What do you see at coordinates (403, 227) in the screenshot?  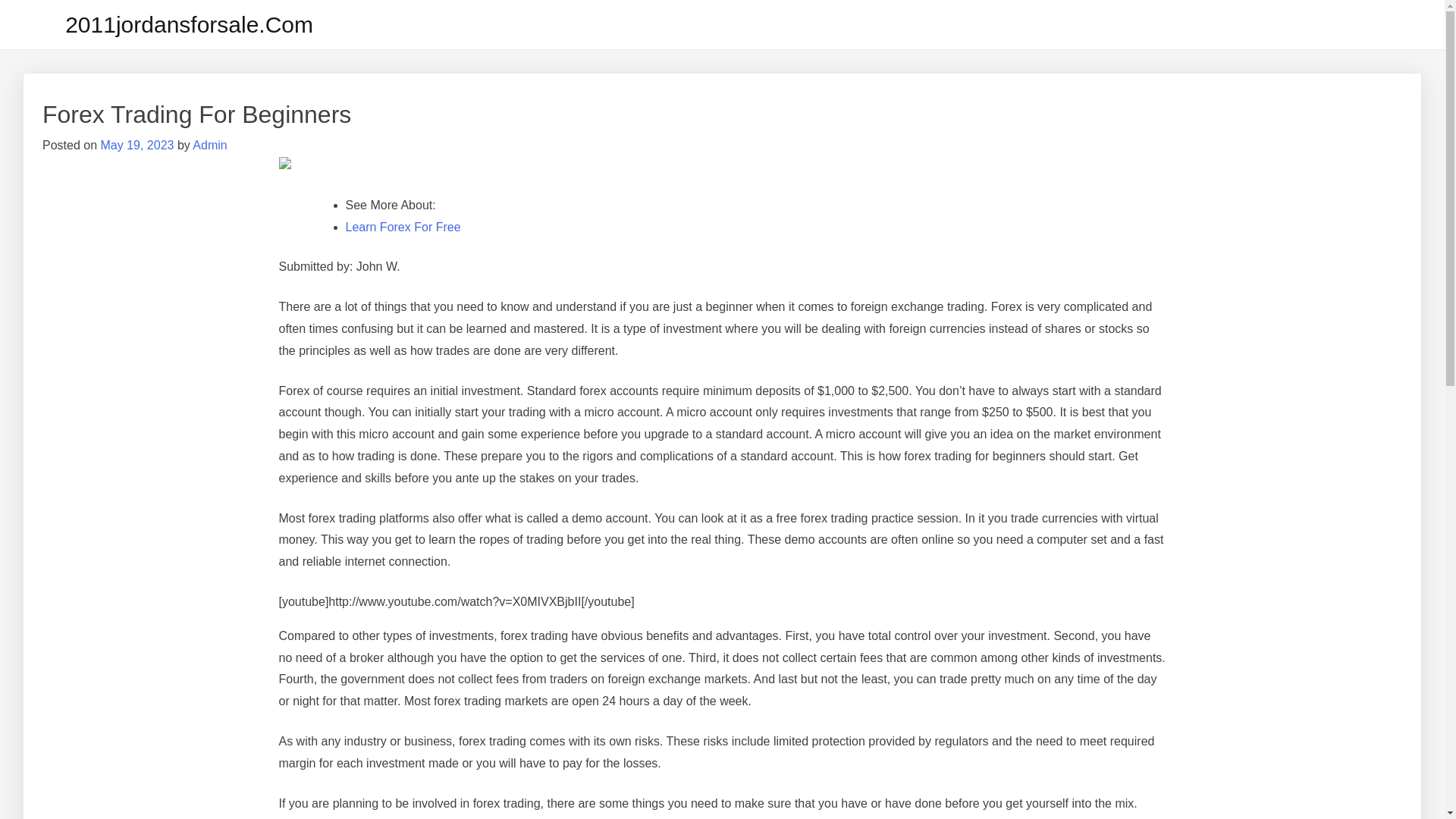 I see `'Learn Forex For Free'` at bounding box center [403, 227].